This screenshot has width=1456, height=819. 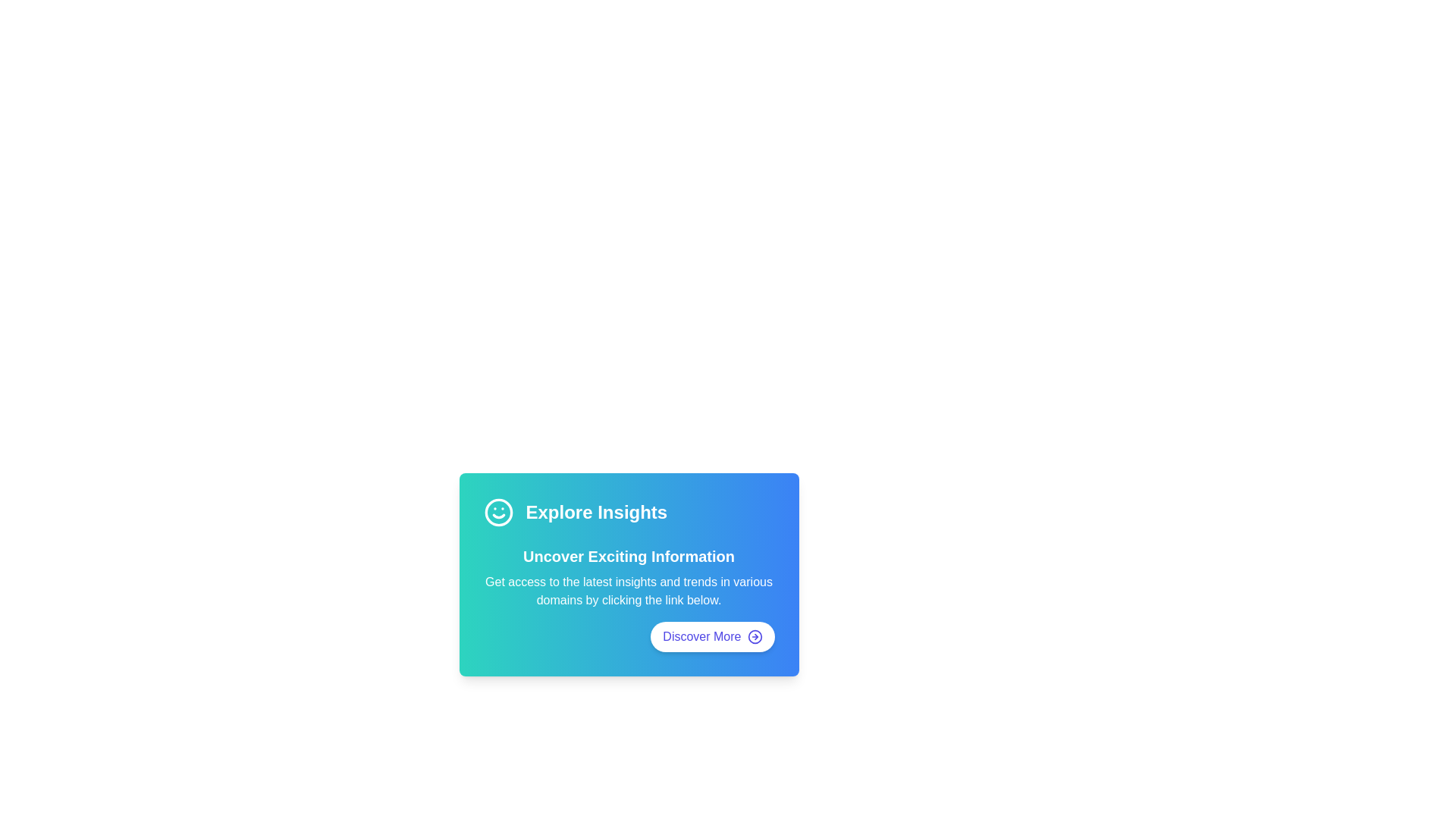 I want to click on the title/header text element that introduces the insights section, positioned on the right side of the smile icon, so click(x=595, y=512).